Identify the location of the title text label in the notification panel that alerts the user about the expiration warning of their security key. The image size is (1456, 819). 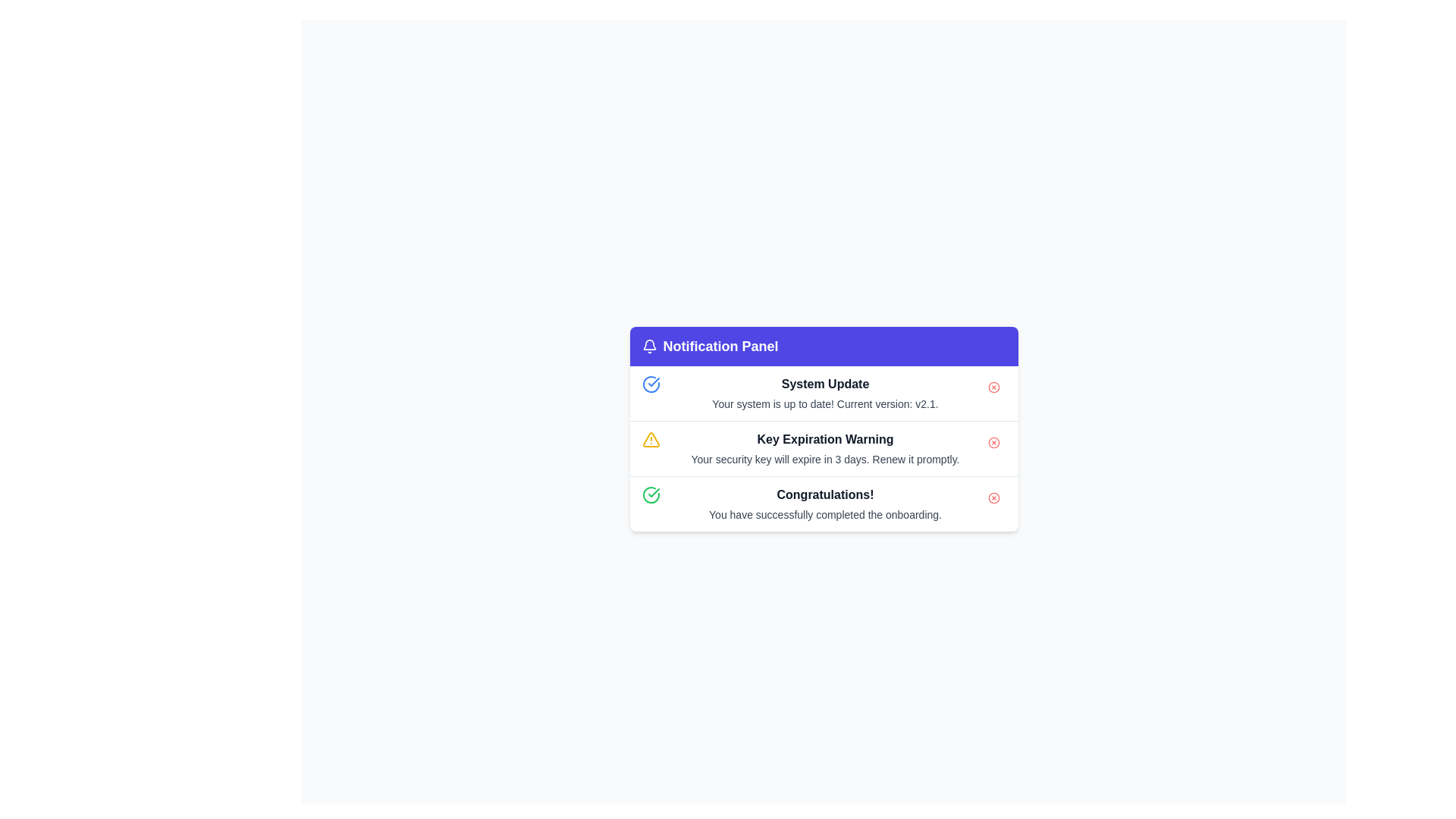
(824, 439).